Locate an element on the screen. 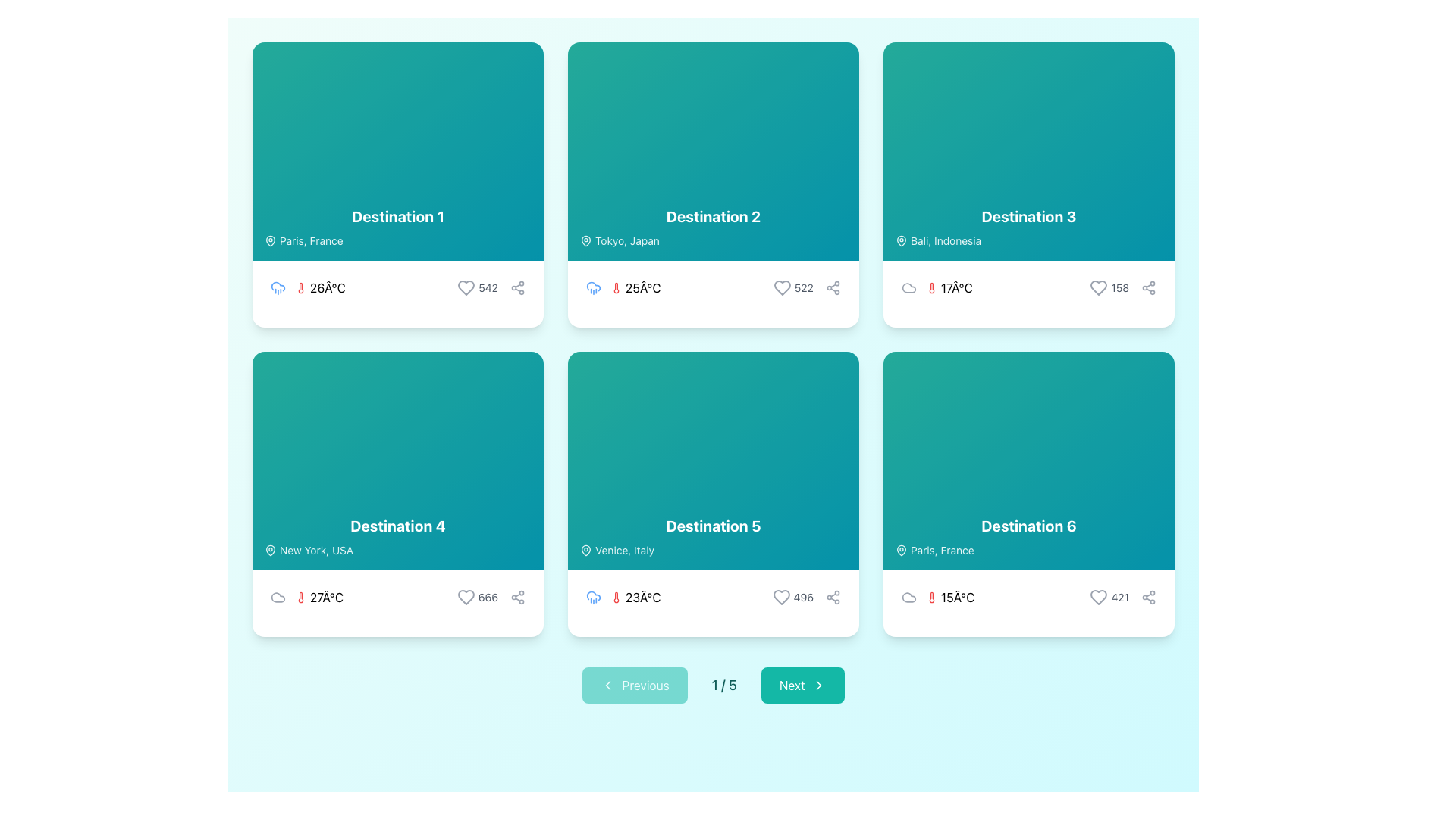 This screenshot has height=819, width=1456. the temperature reading label displaying '26Â°C' with the thermometer icon in red, located in the bottom-left section of the 'Destination 1' card about Paris, France is located at coordinates (319, 288).